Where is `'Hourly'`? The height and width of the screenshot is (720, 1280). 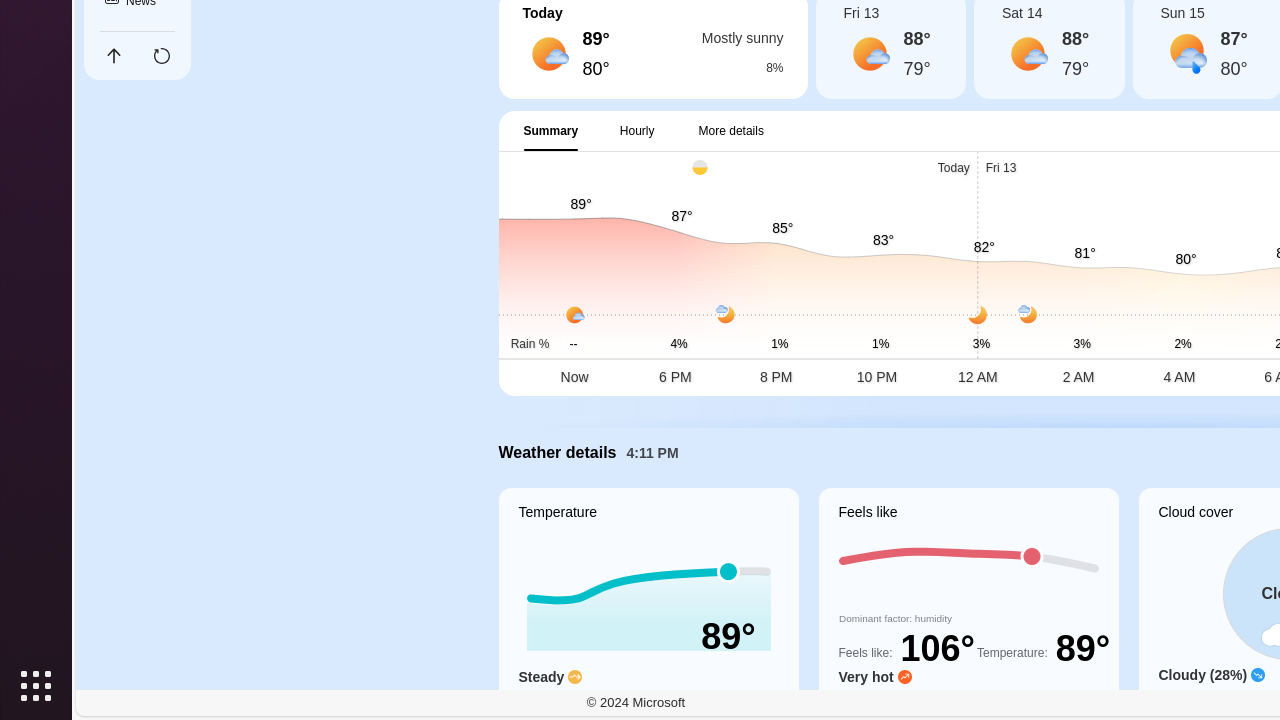
'Hourly' is located at coordinates (636, 130).